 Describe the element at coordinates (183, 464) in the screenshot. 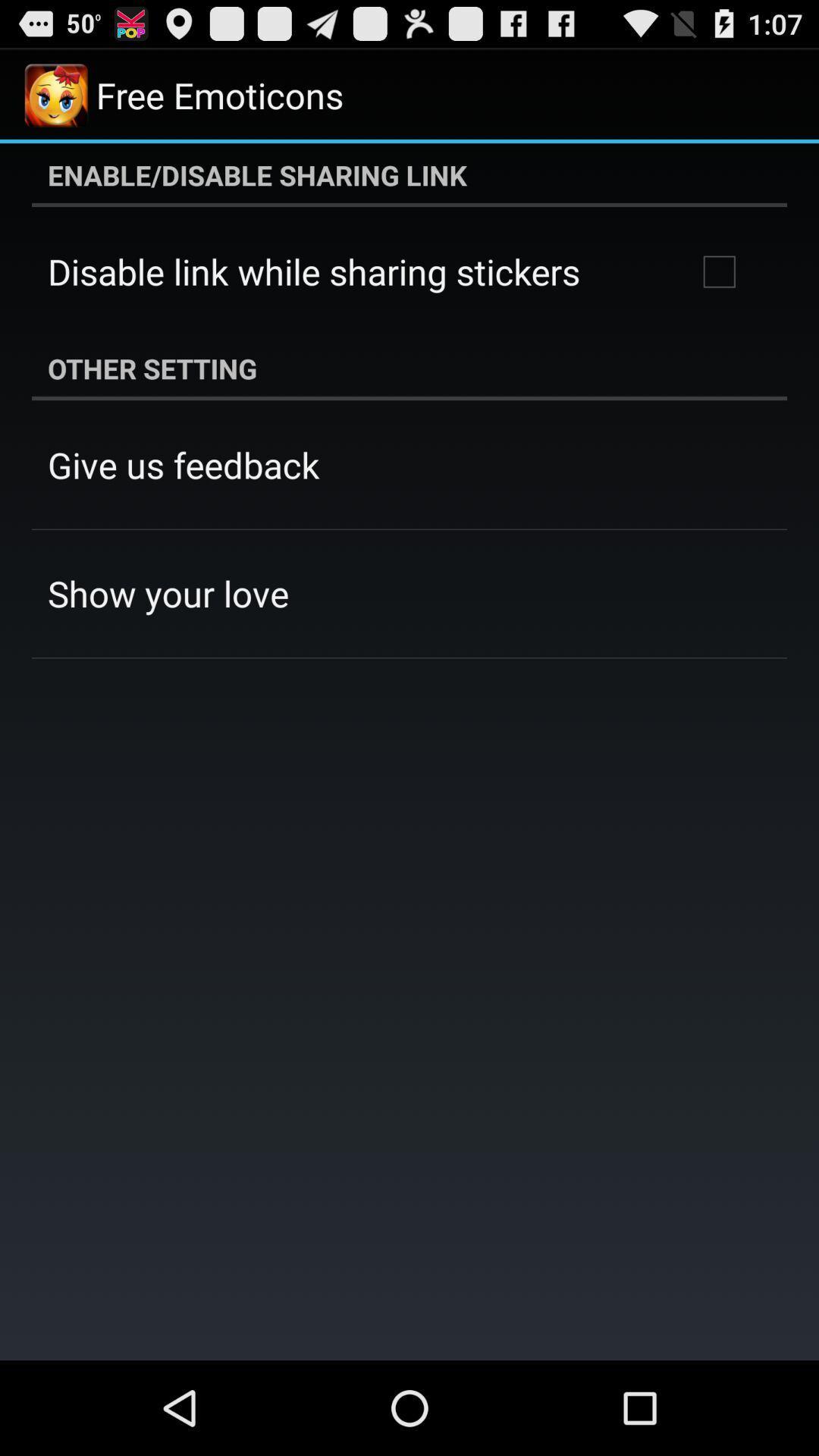

I see `the give us feedback` at that location.